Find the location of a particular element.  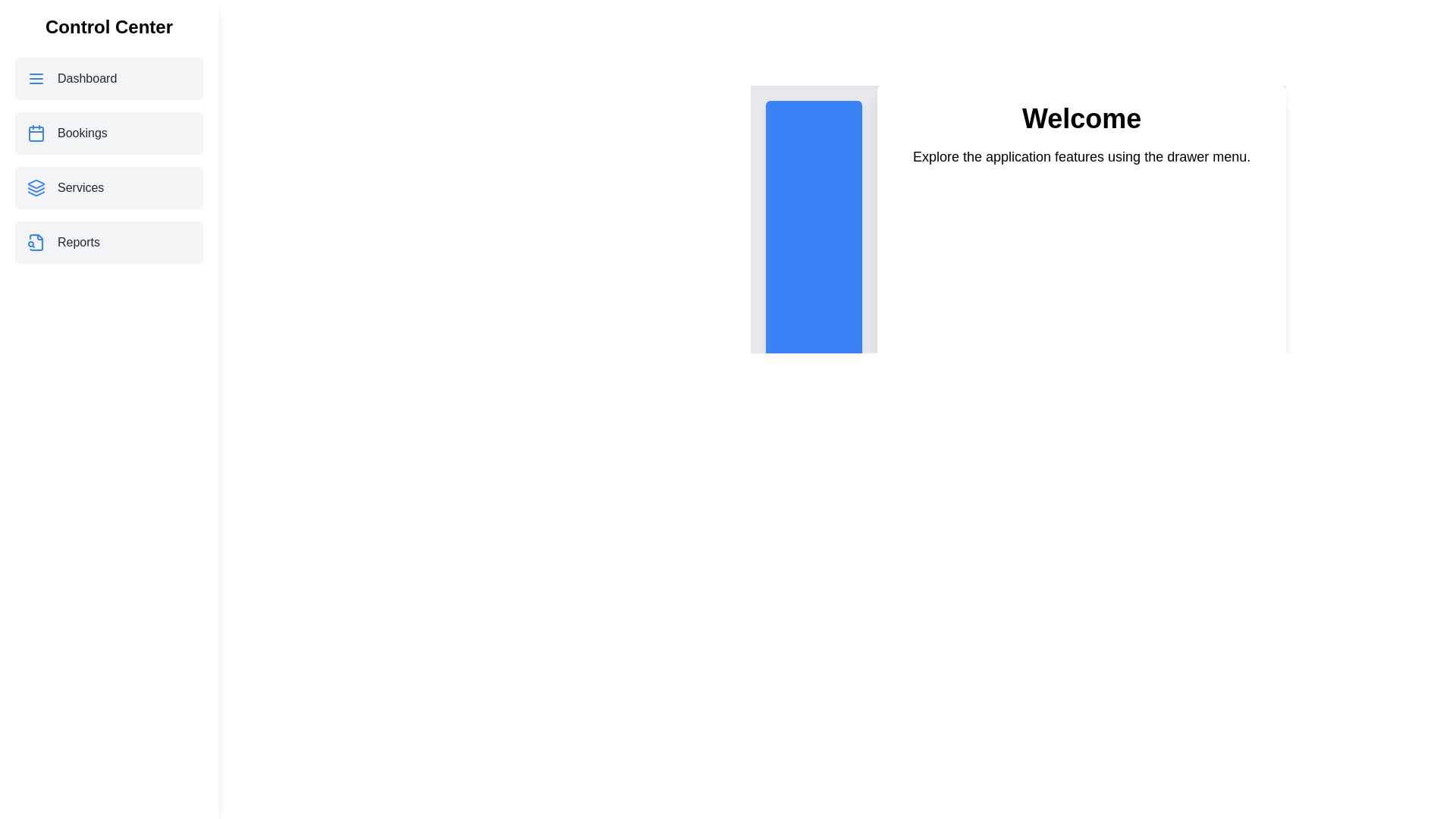

the menu item Bookings is located at coordinates (108, 133).